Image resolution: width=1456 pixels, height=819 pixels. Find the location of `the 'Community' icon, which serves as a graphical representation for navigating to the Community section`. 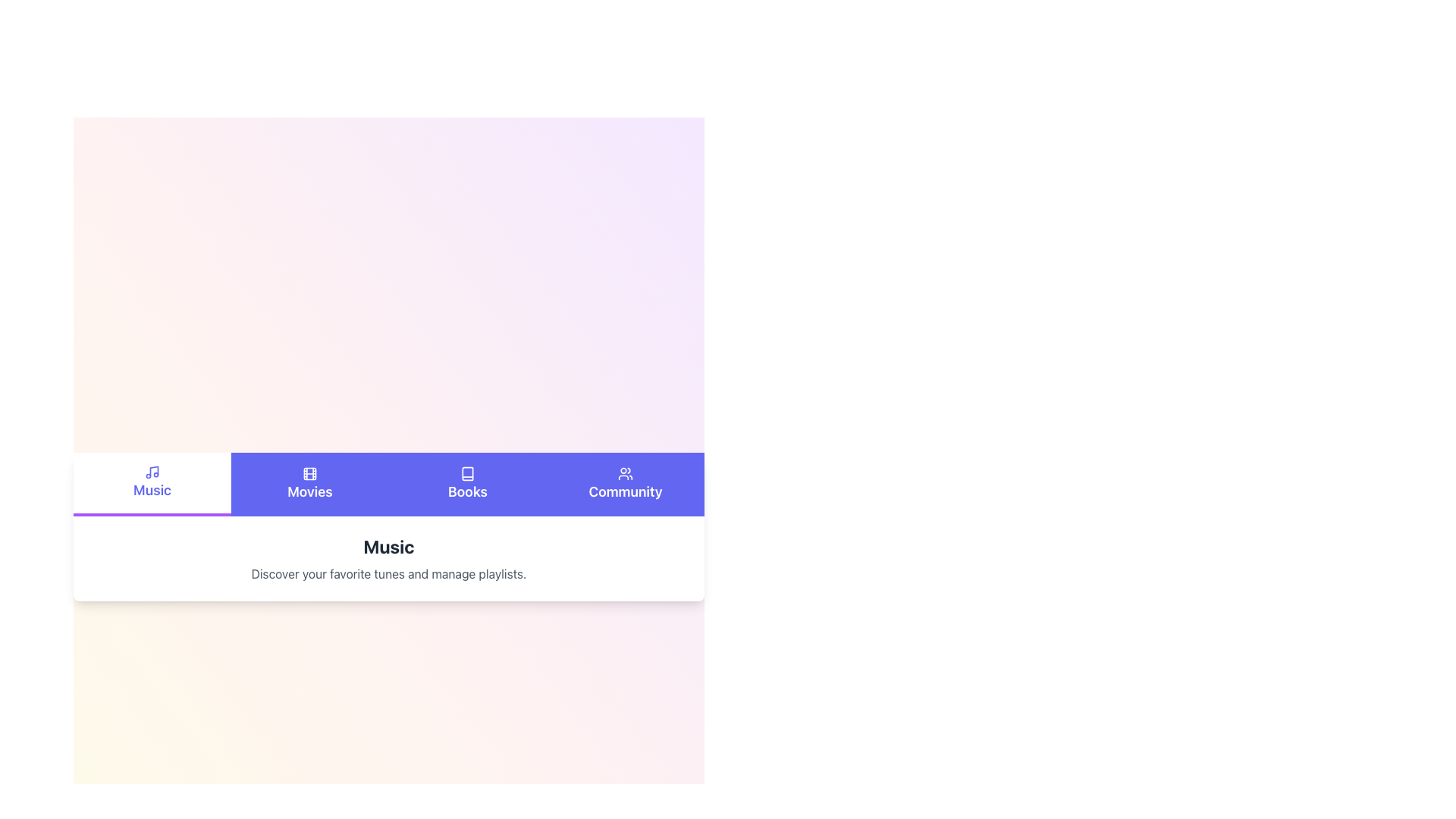

the 'Community' icon, which serves as a graphical representation for navigating to the Community section is located at coordinates (626, 472).